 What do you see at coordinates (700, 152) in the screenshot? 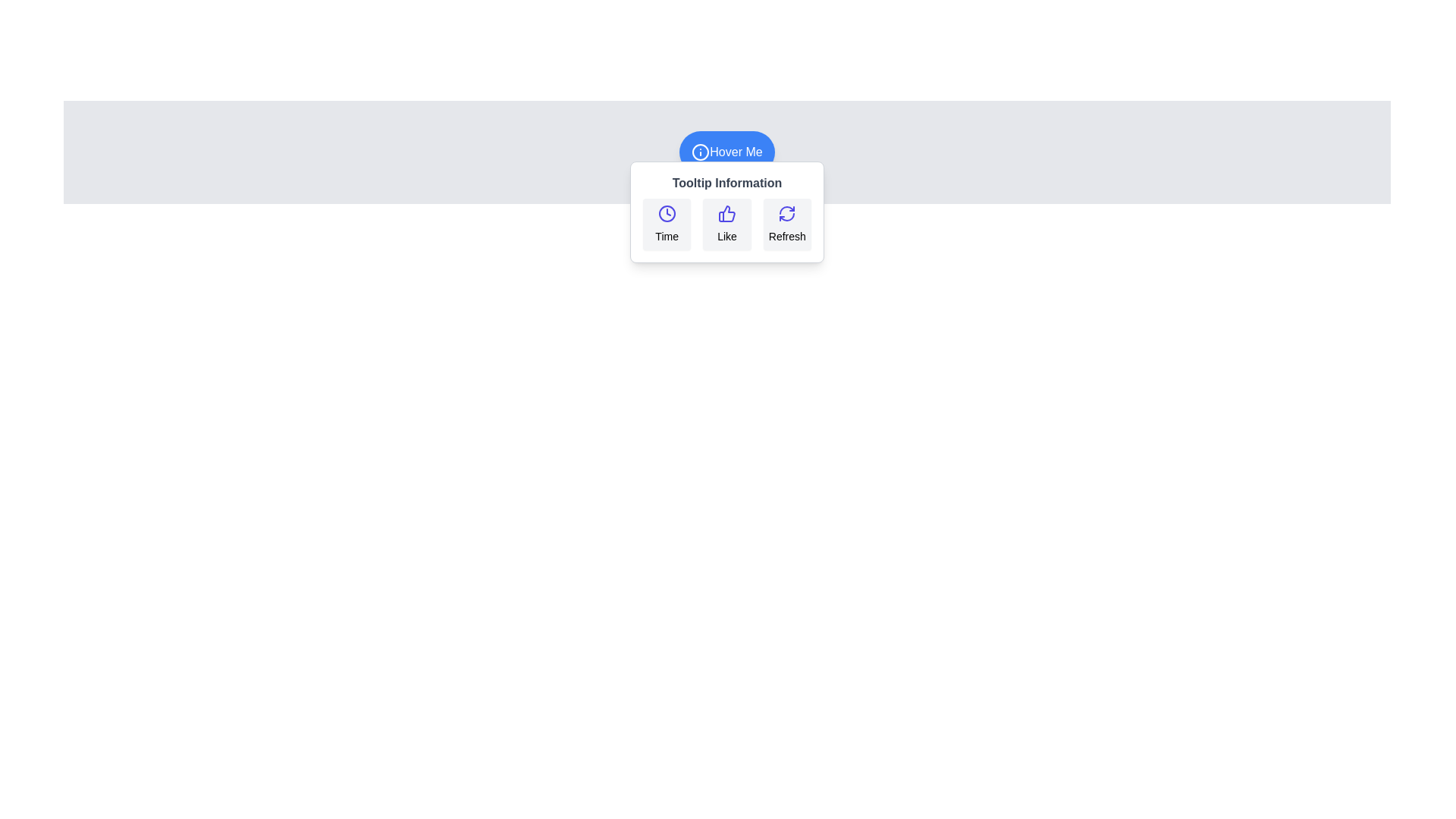
I see `the circular SVG graphical element within the tooltip that contains the text 'Hover Me' in a blue bubble` at bounding box center [700, 152].